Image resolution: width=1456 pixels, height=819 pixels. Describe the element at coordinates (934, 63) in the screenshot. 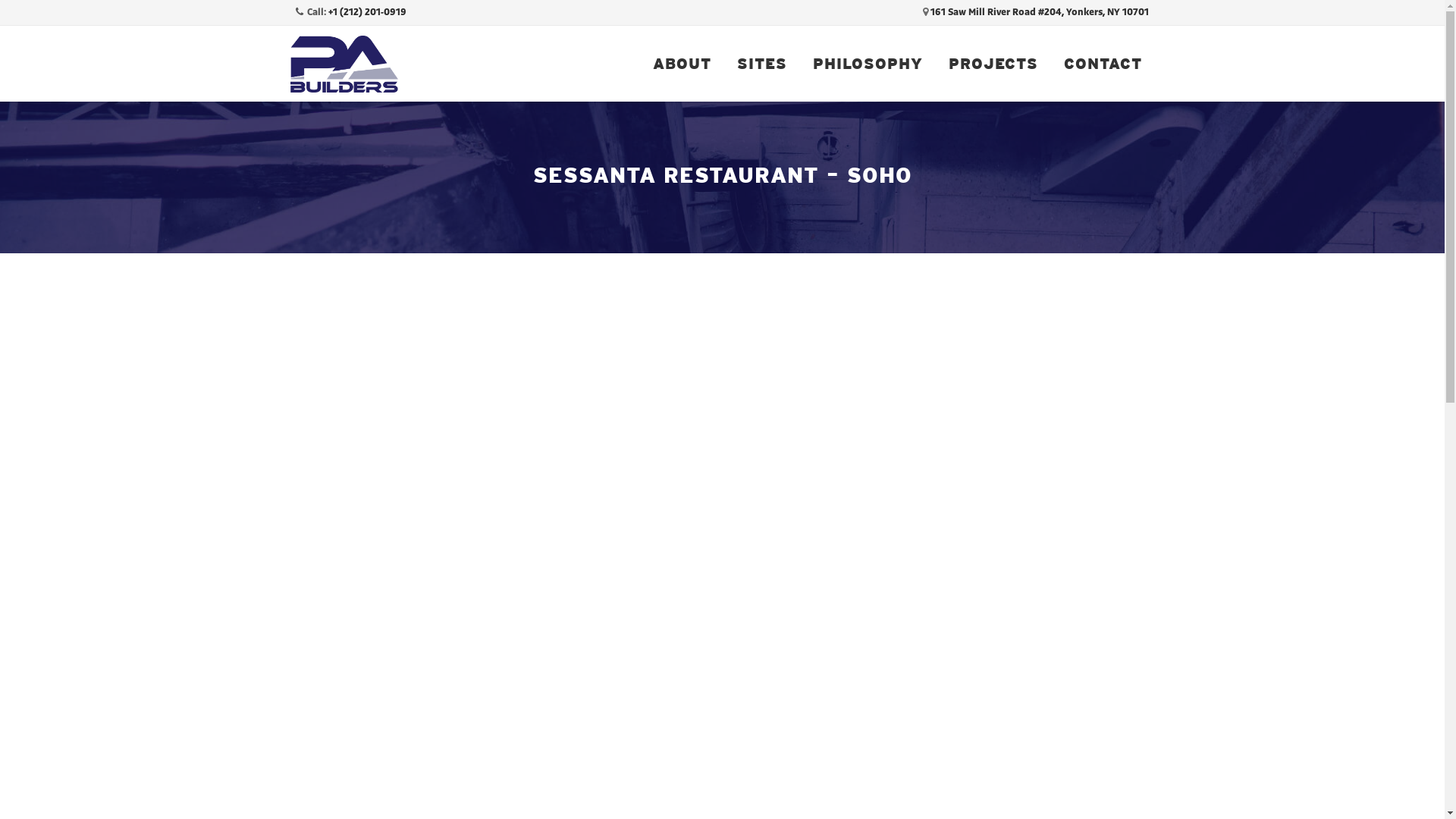

I see `'PROJECTS'` at that location.